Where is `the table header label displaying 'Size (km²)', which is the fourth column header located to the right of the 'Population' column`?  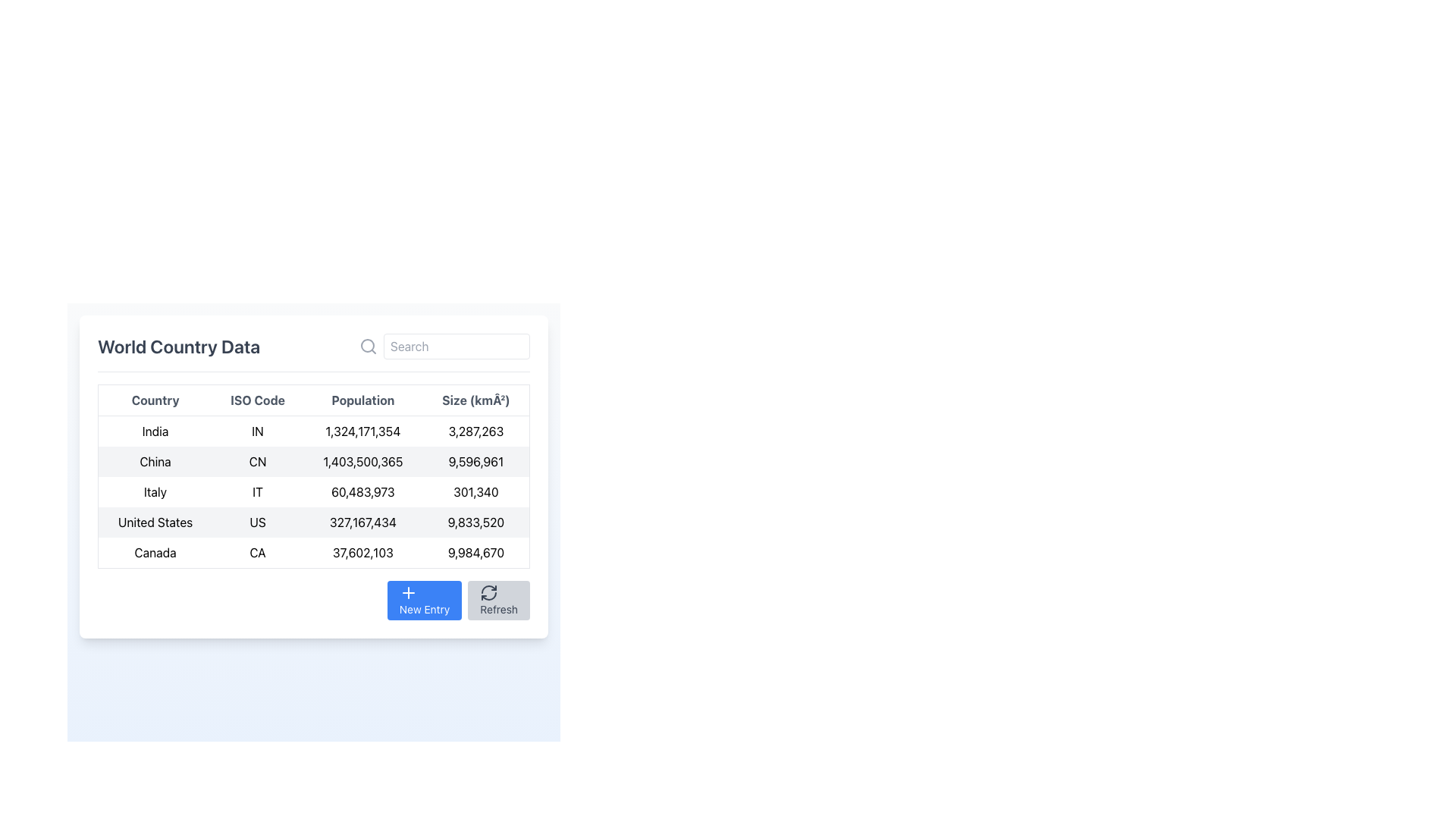 the table header label displaying 'Size (km²)', which is the fourth column header located to the right of the 'Population' column is located at coordinates (475, 400).